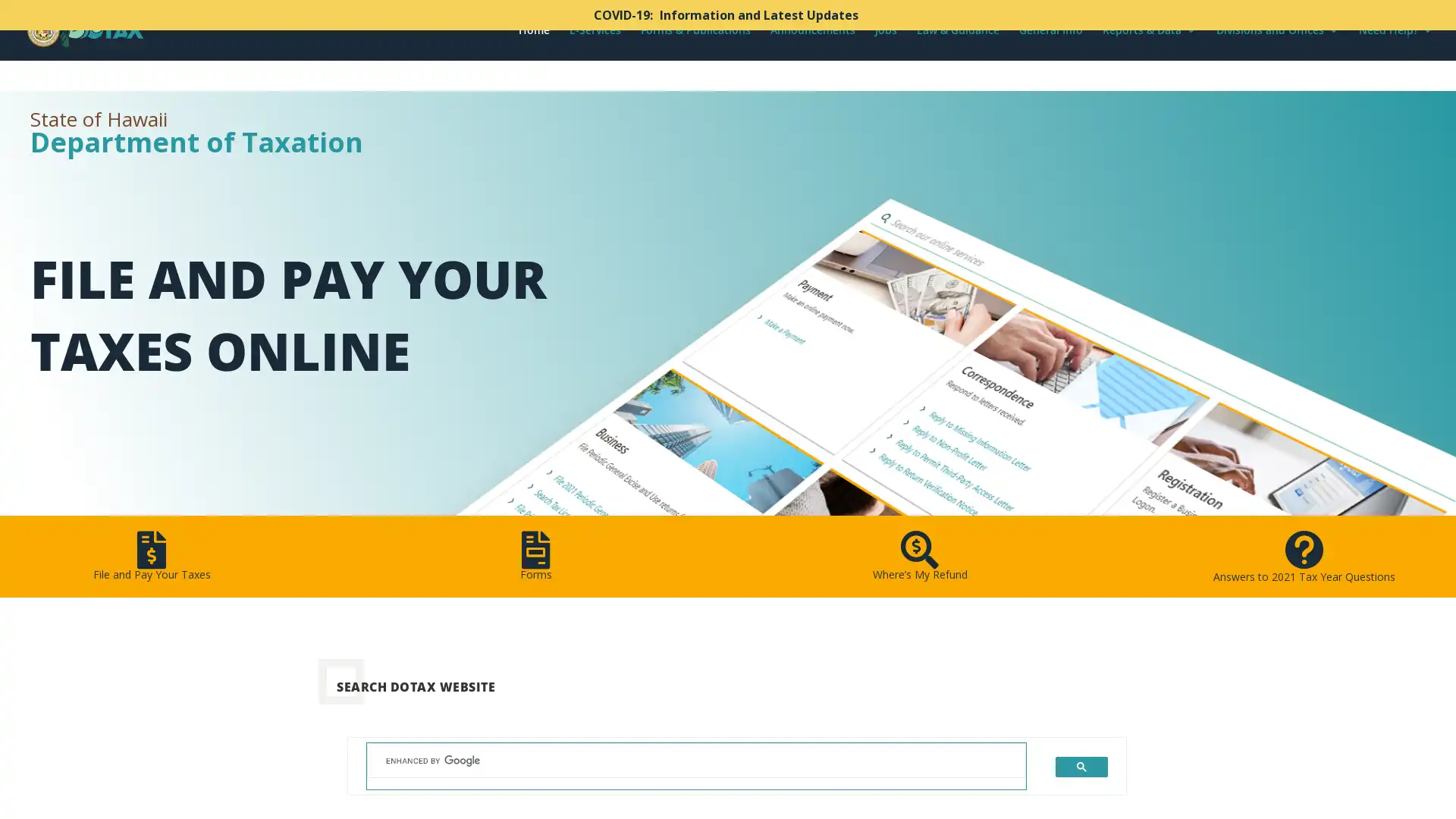 The image size is (1456, 819). I want to click on search, so click(1081, 766).